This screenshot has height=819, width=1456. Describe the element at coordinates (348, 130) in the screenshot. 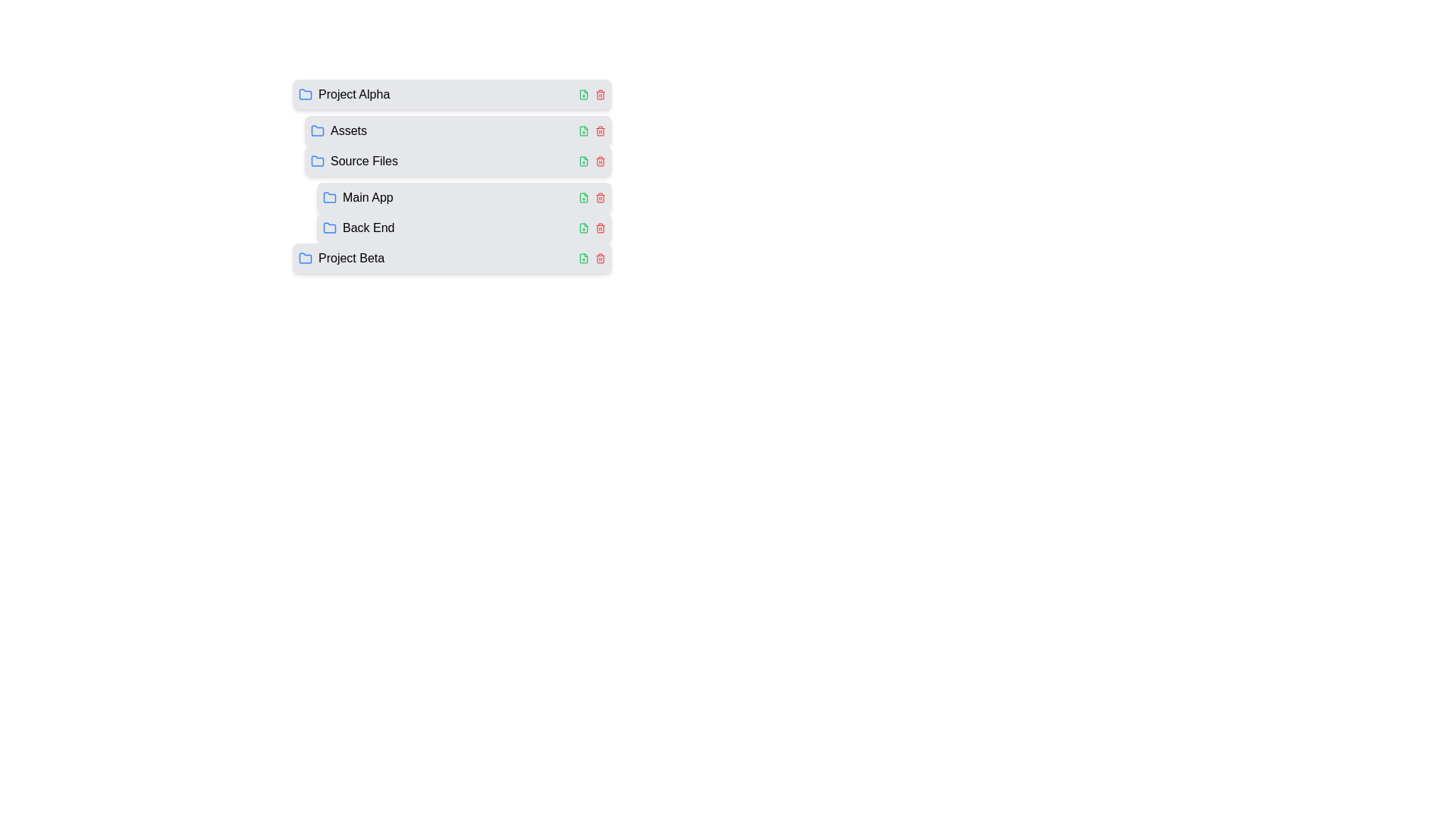

I see `the text label displaying 'Assets', which is located to the right of a blue folder icon and positioned between 'Project Alpha' and 'Source Files'` at that location.